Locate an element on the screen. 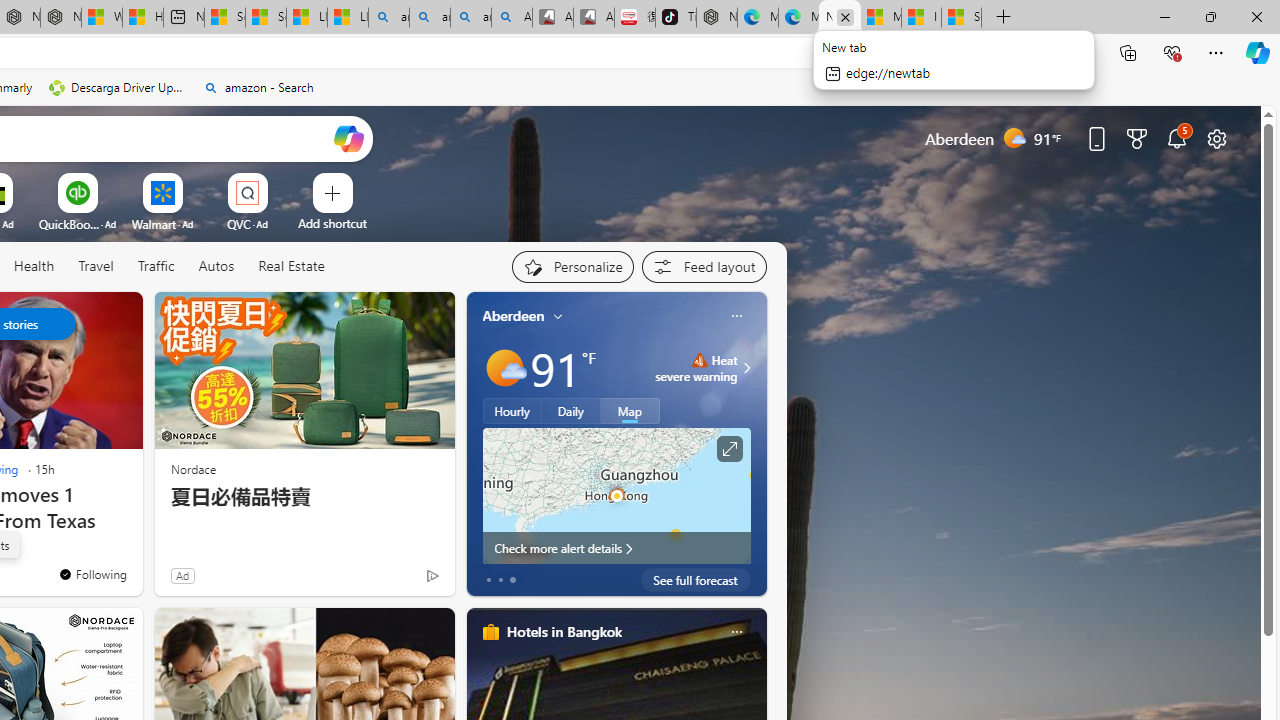 This screenshot has width=1280, height=720. 'Amazon Echo Robot - Search Images' is located at coordinates (512, 17).